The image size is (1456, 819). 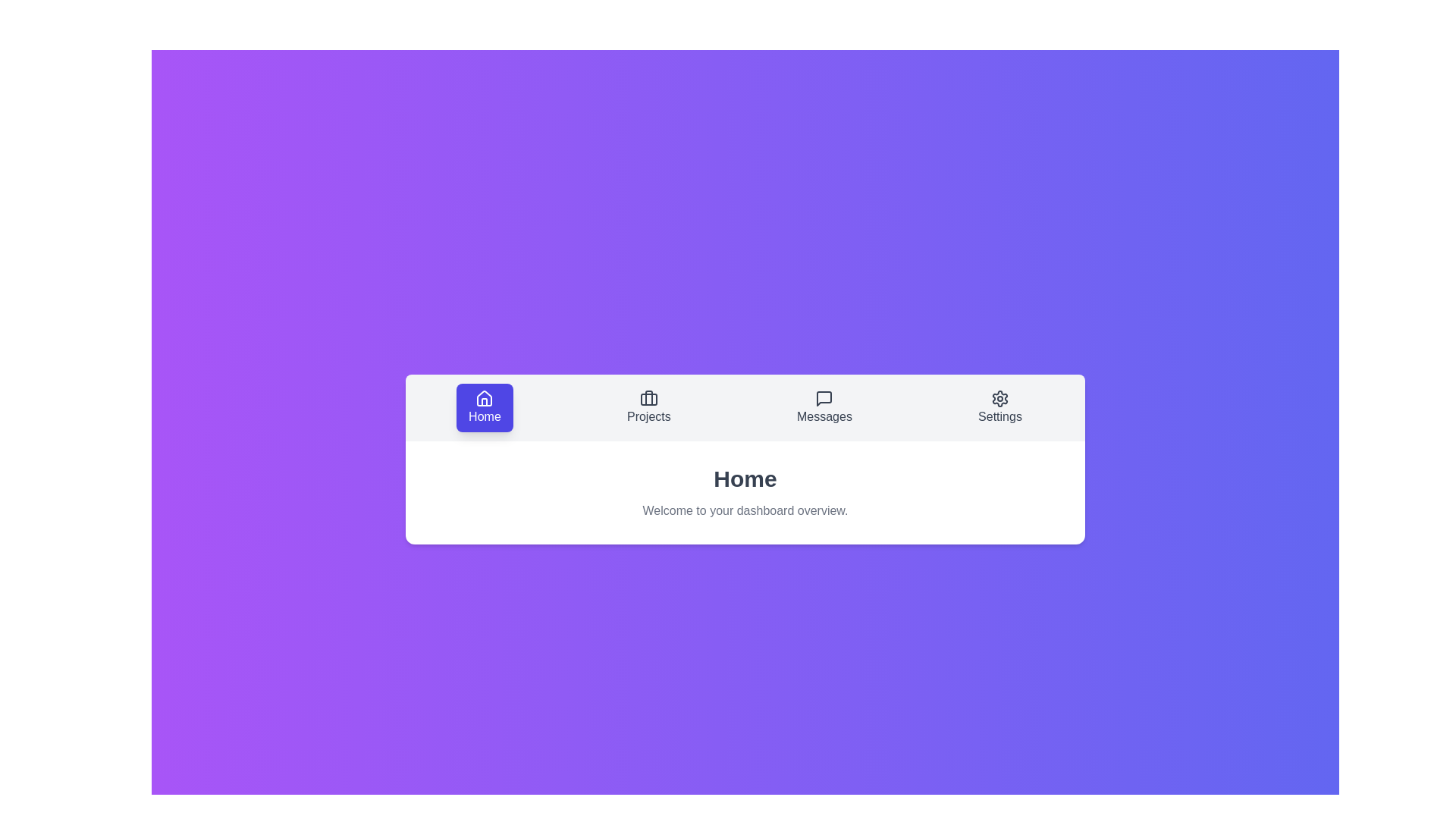 What do you see at coordinates (823, 406) in the screenshot?
I see `the Messages tab to view its content` at bounding box center [823, 406].